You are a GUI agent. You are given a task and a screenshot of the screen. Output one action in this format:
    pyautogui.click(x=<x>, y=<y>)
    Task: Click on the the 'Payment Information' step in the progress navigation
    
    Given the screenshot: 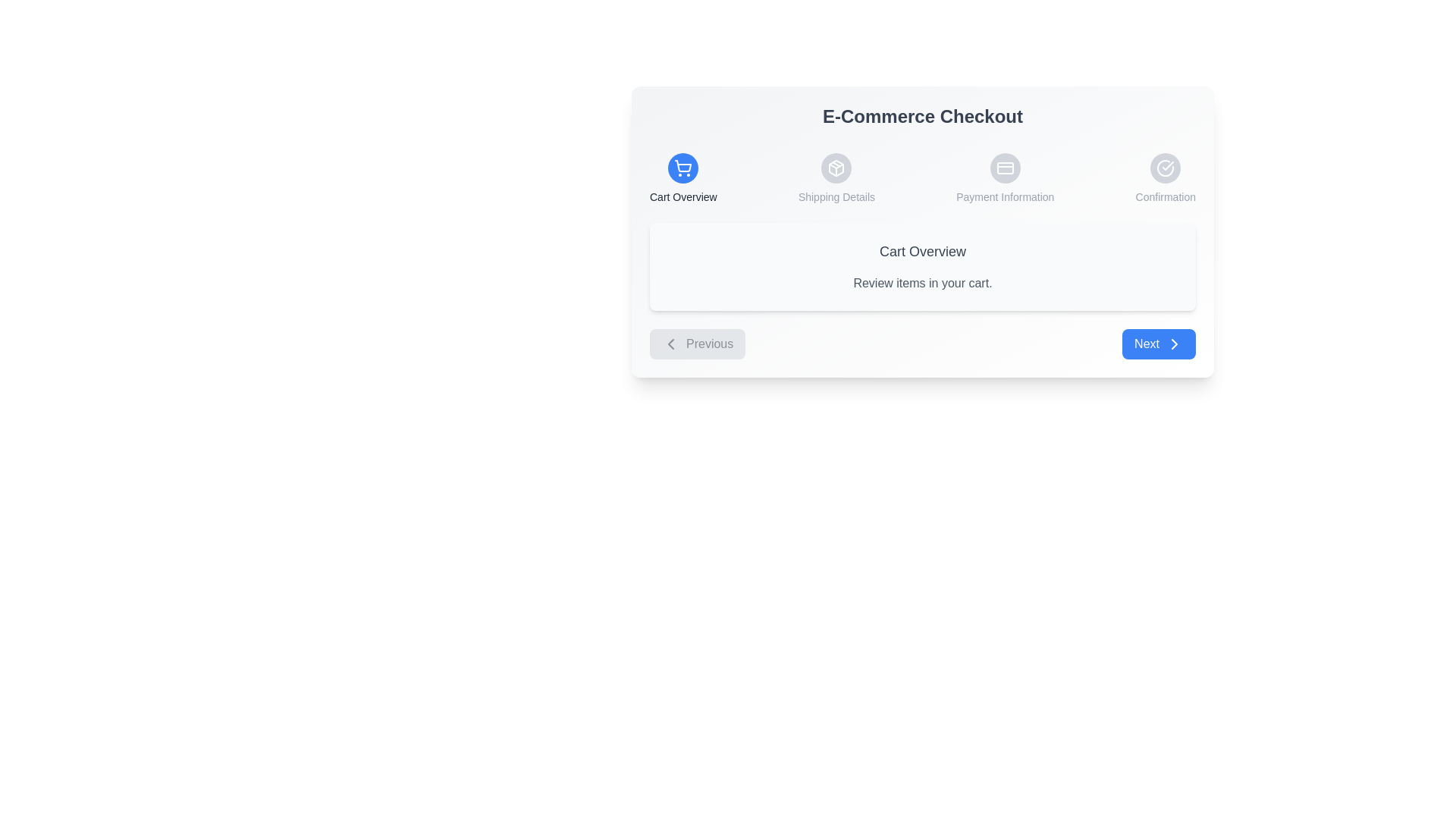 What is the action you would take?
    pyautogui.click(x=1005, y=177)
    